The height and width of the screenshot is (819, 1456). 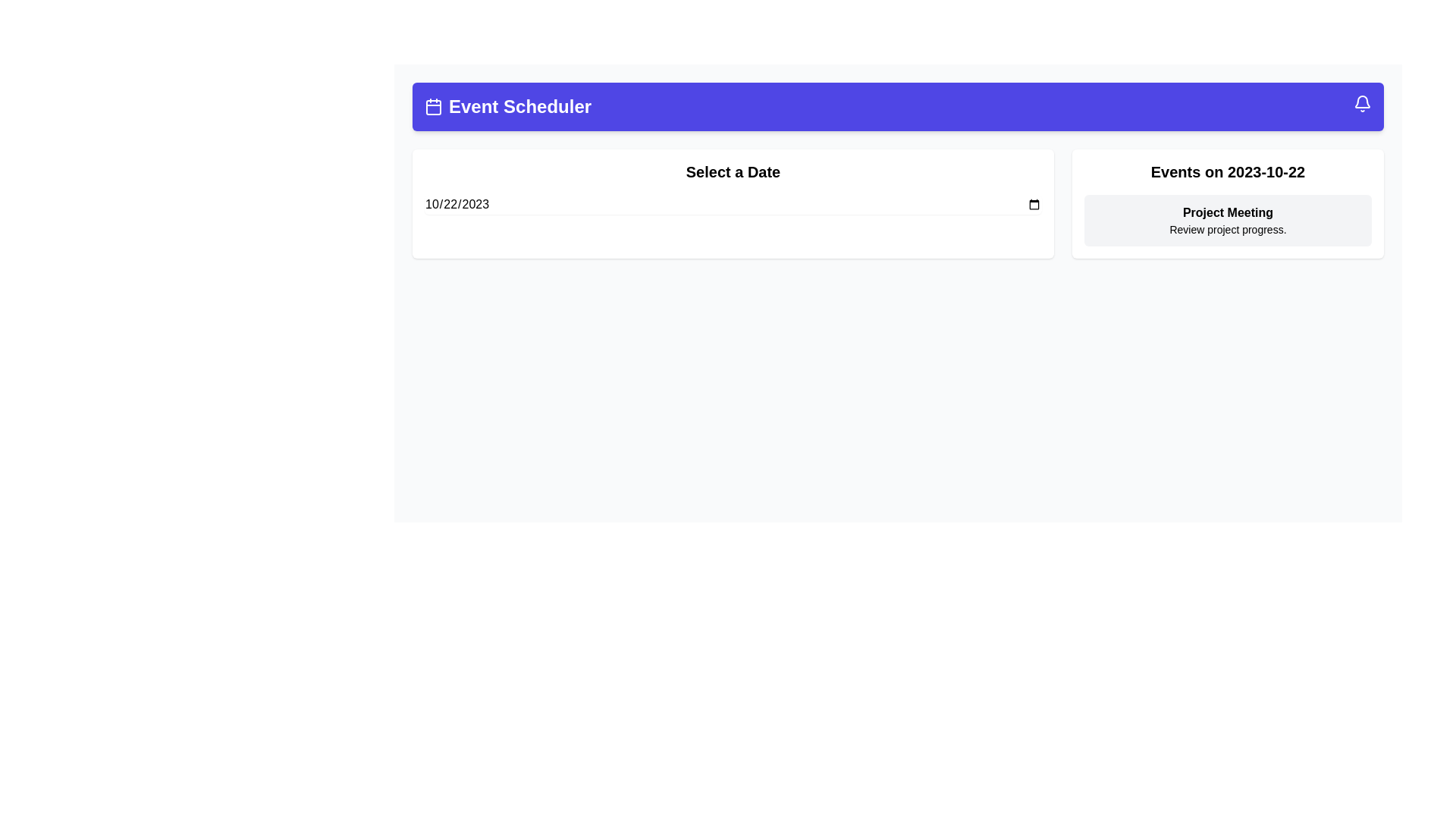 I want to click on the date input field located under the 'Select a Date' title to focus on it, so click(x=733, y=205).